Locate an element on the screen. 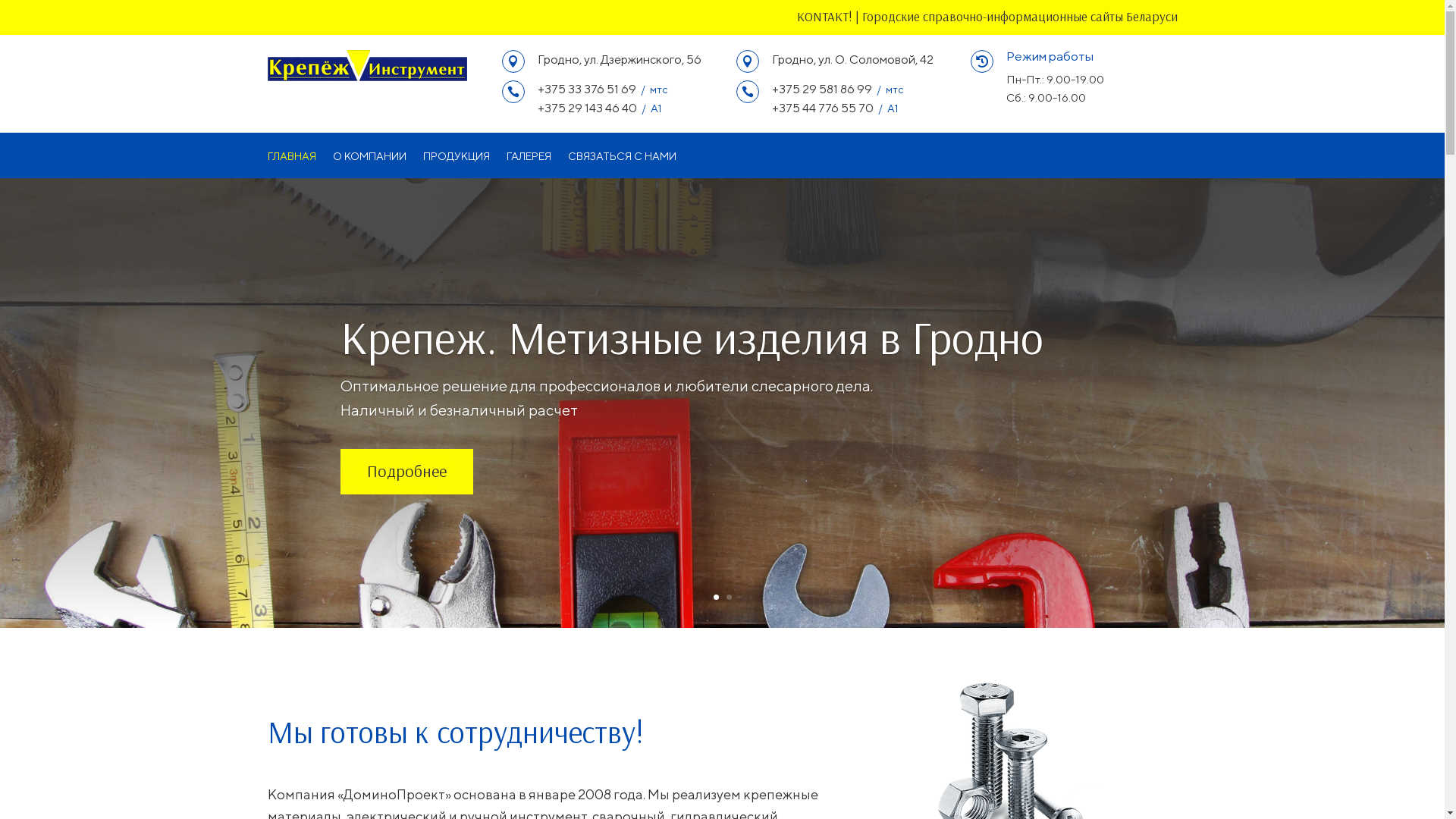 This screenshot has width=1456, height=819. '2' is located at coordinates (729, 596).